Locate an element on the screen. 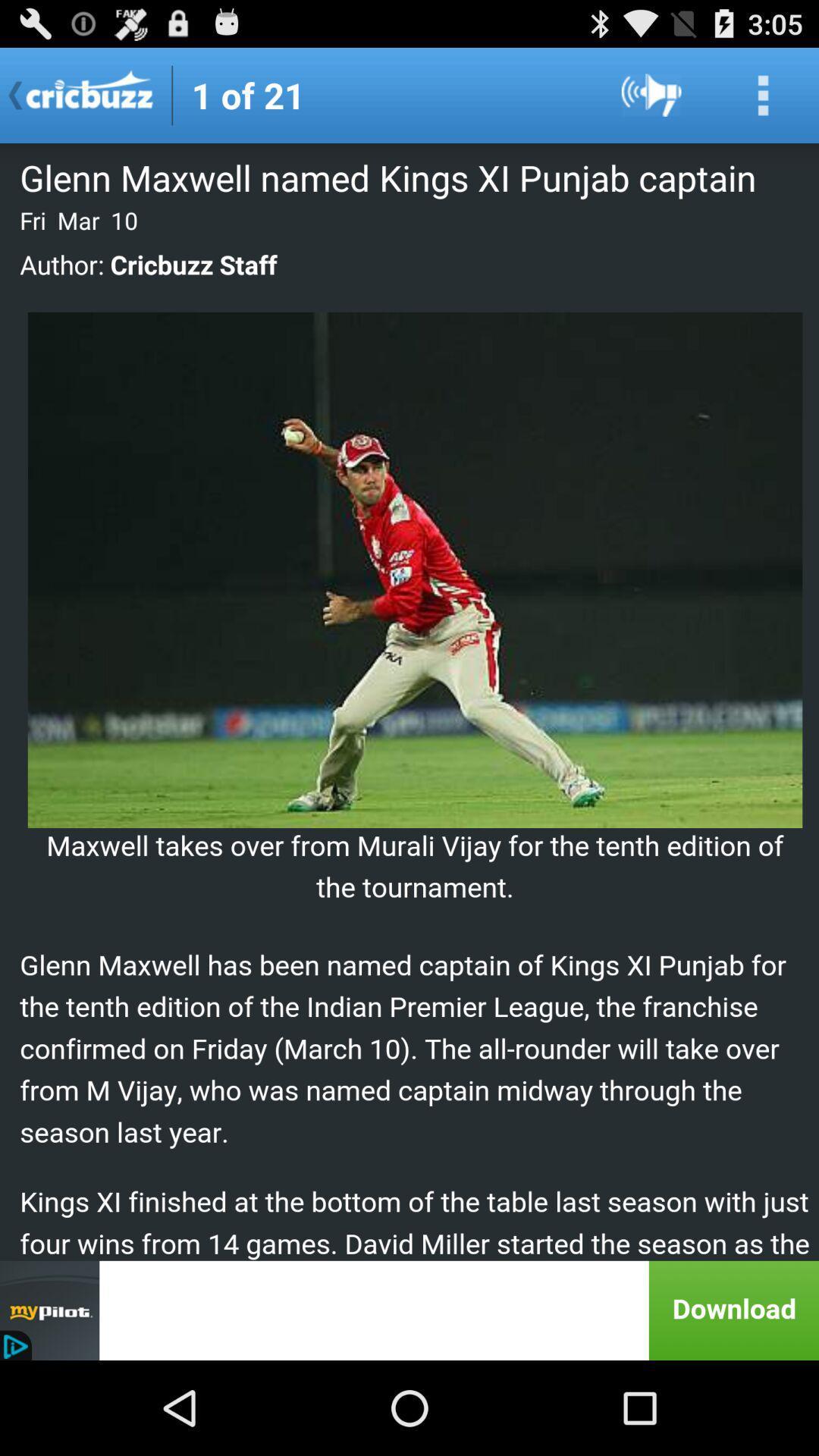 The height and width of the screenshot is (1456, 819). speaker is located at coordinates (651, 94).